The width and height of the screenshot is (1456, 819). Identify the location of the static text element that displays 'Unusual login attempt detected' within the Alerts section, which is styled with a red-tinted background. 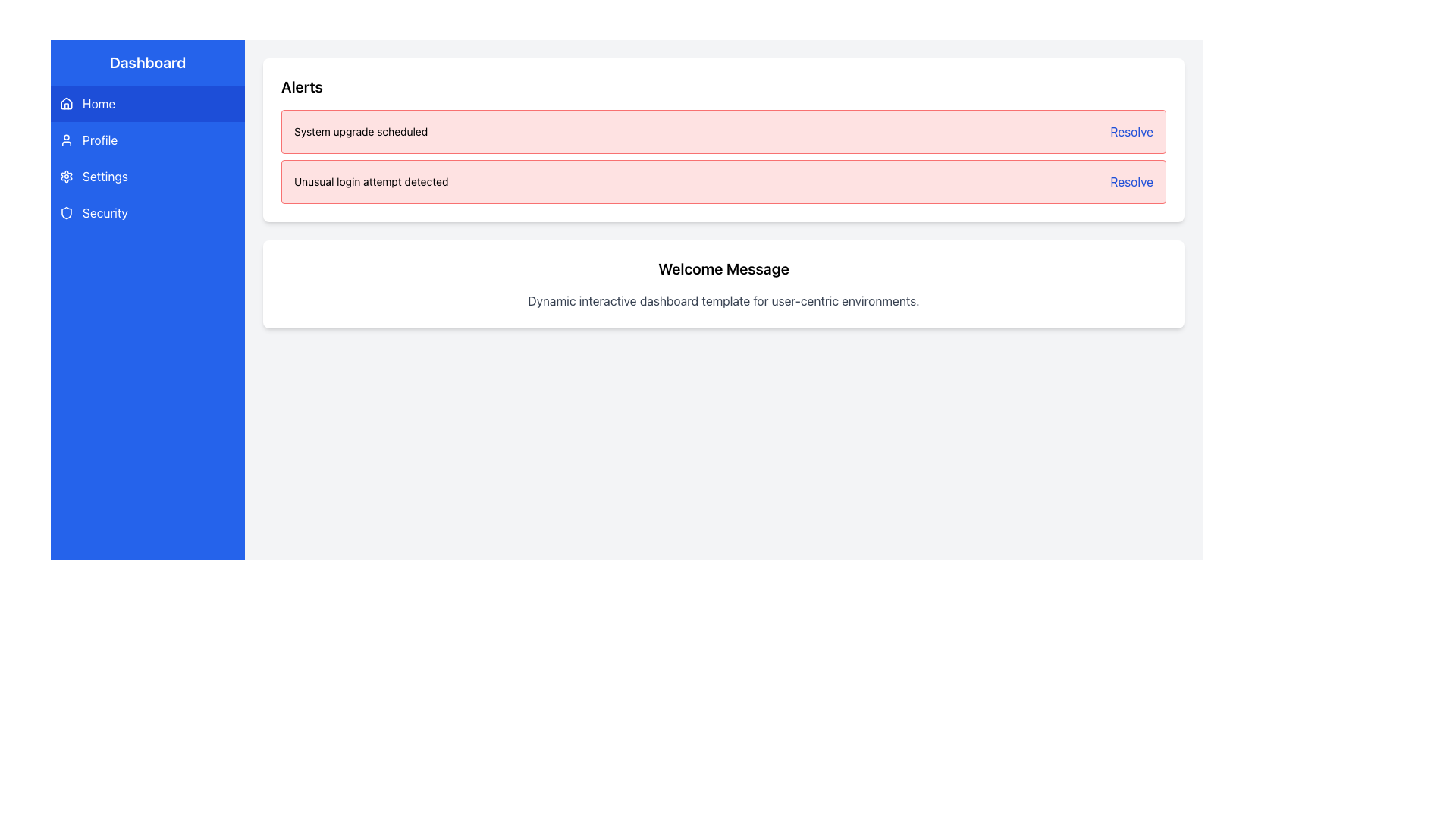
(371, 180).